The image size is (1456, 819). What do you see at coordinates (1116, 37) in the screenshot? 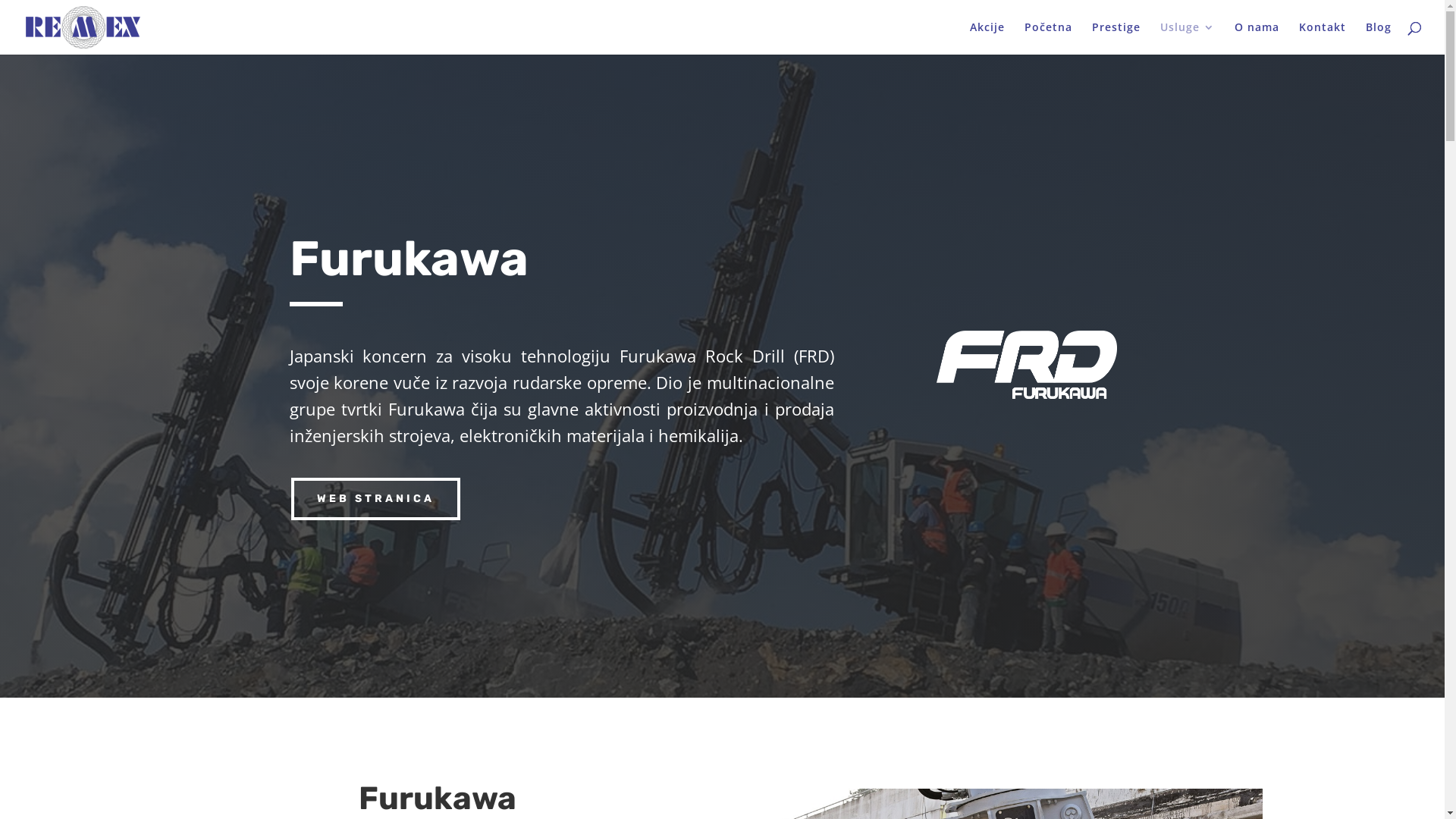
I see `'Prestige'` at bounding box center [1116, 37].